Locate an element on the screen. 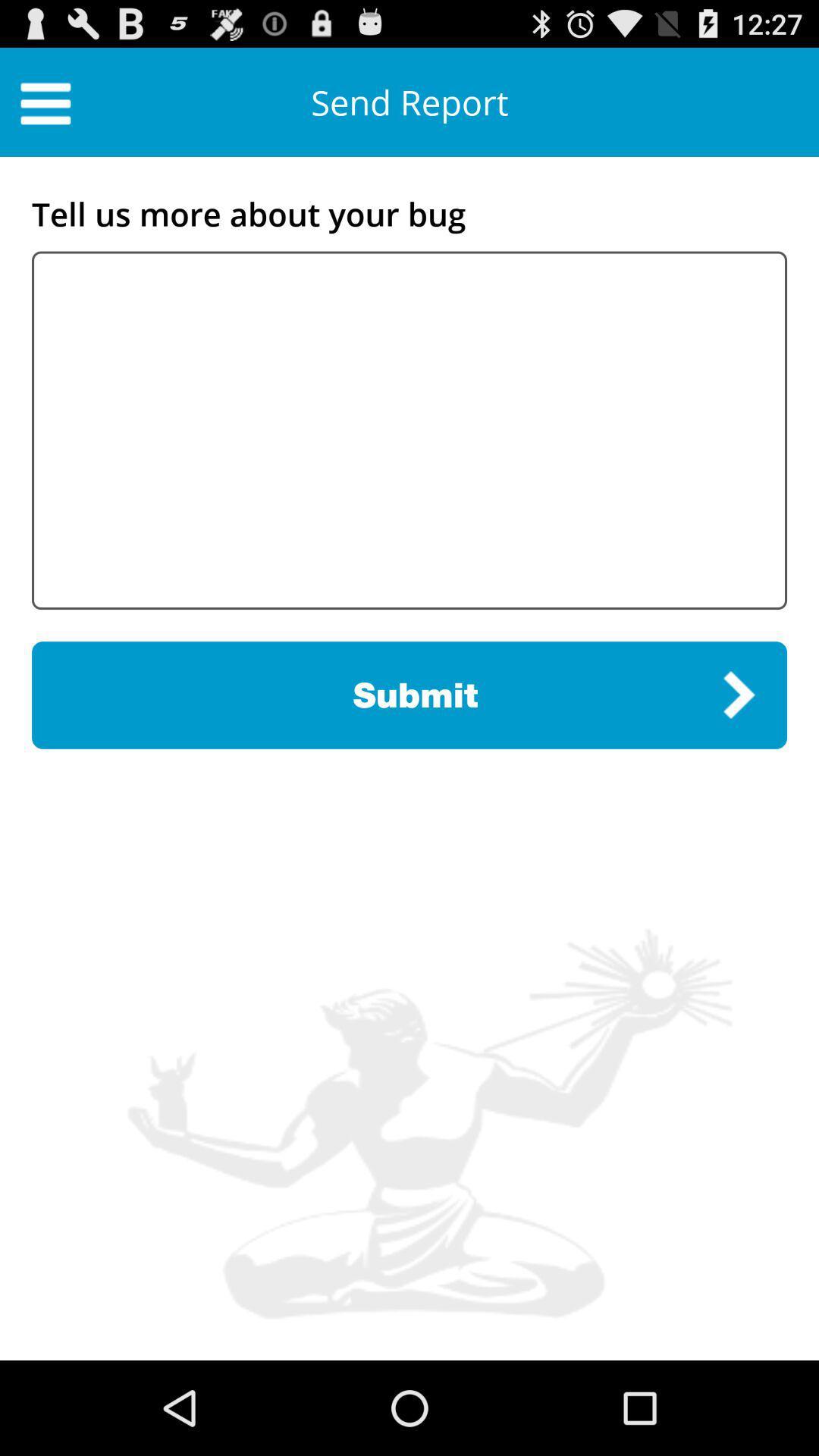  report a bug field is located at coordinates (409, 429).